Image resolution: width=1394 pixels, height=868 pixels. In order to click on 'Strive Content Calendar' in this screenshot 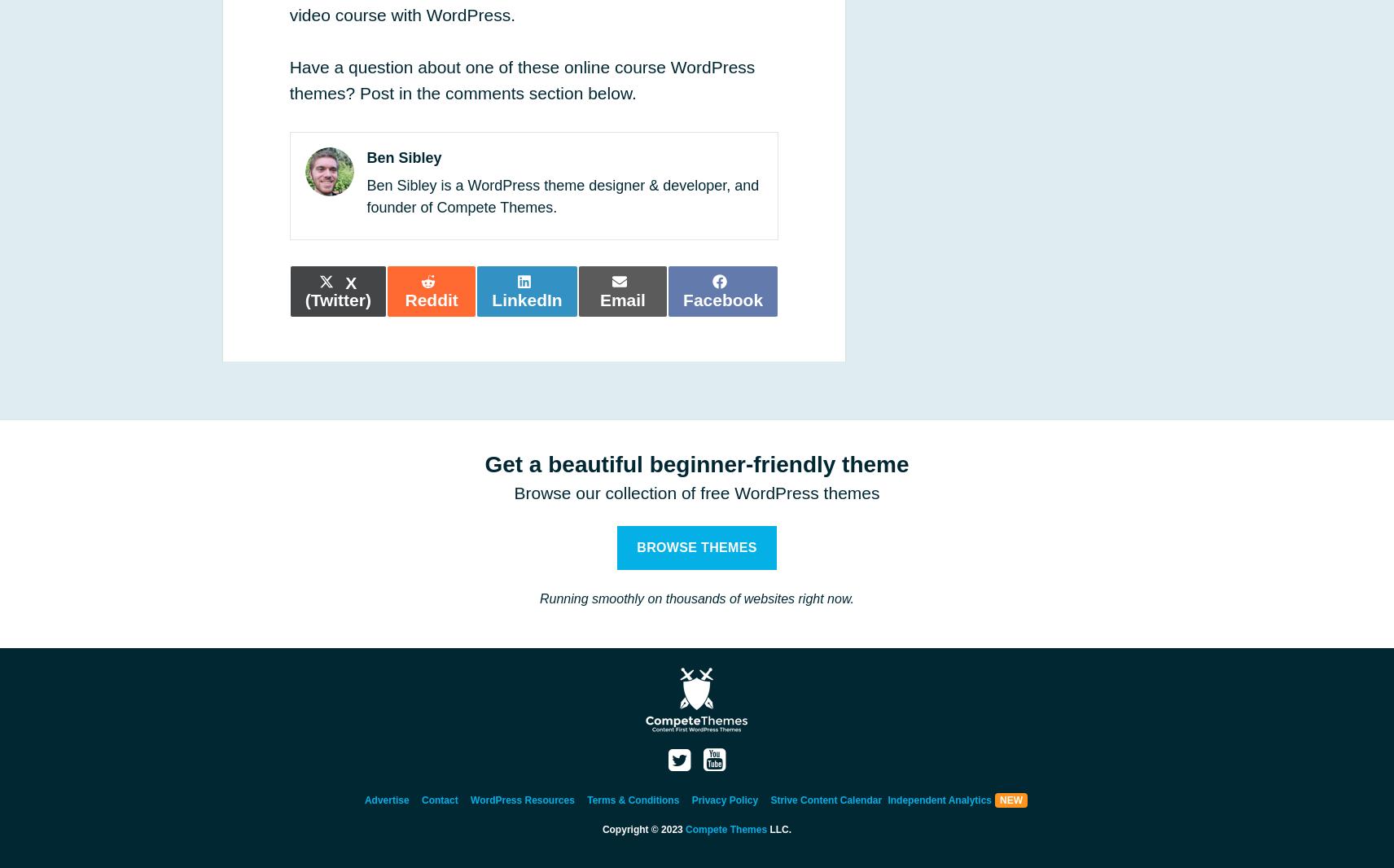, I will do `click(825, 800)`.